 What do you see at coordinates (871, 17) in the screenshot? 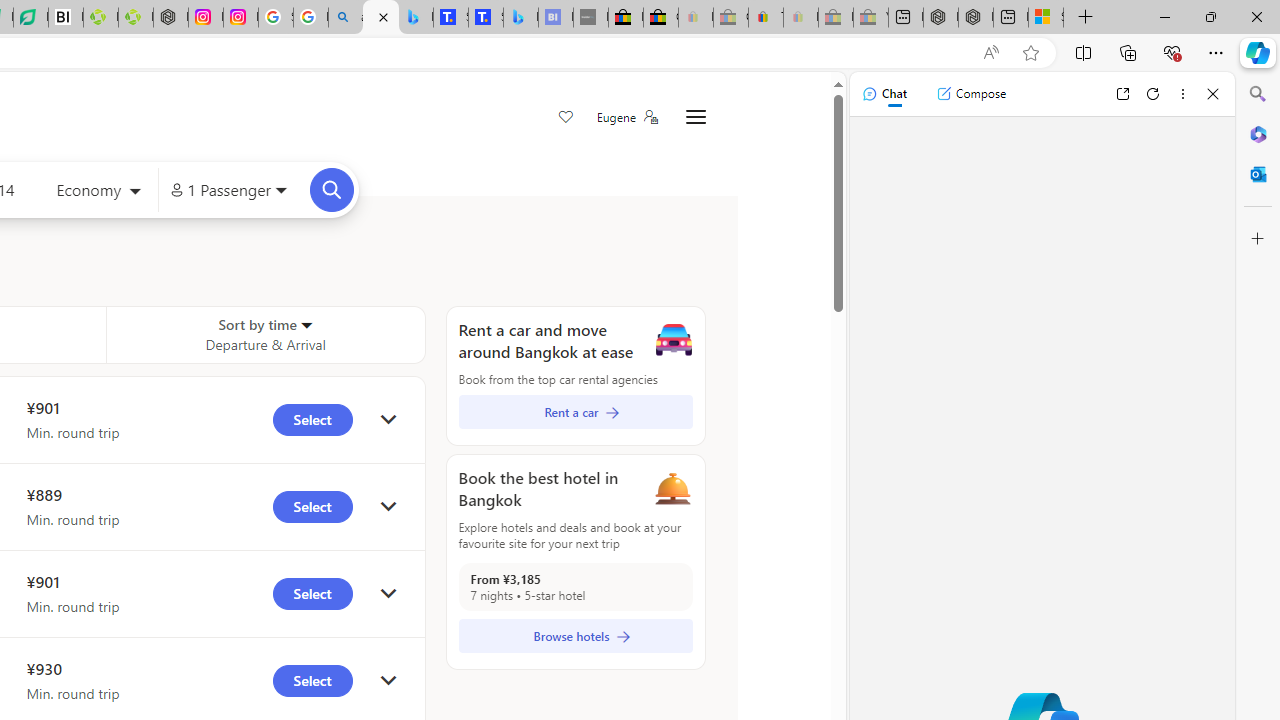
I see `'Yard, Garden & Outdoor Living - Sleeping'` at bounding box center [871, 17].